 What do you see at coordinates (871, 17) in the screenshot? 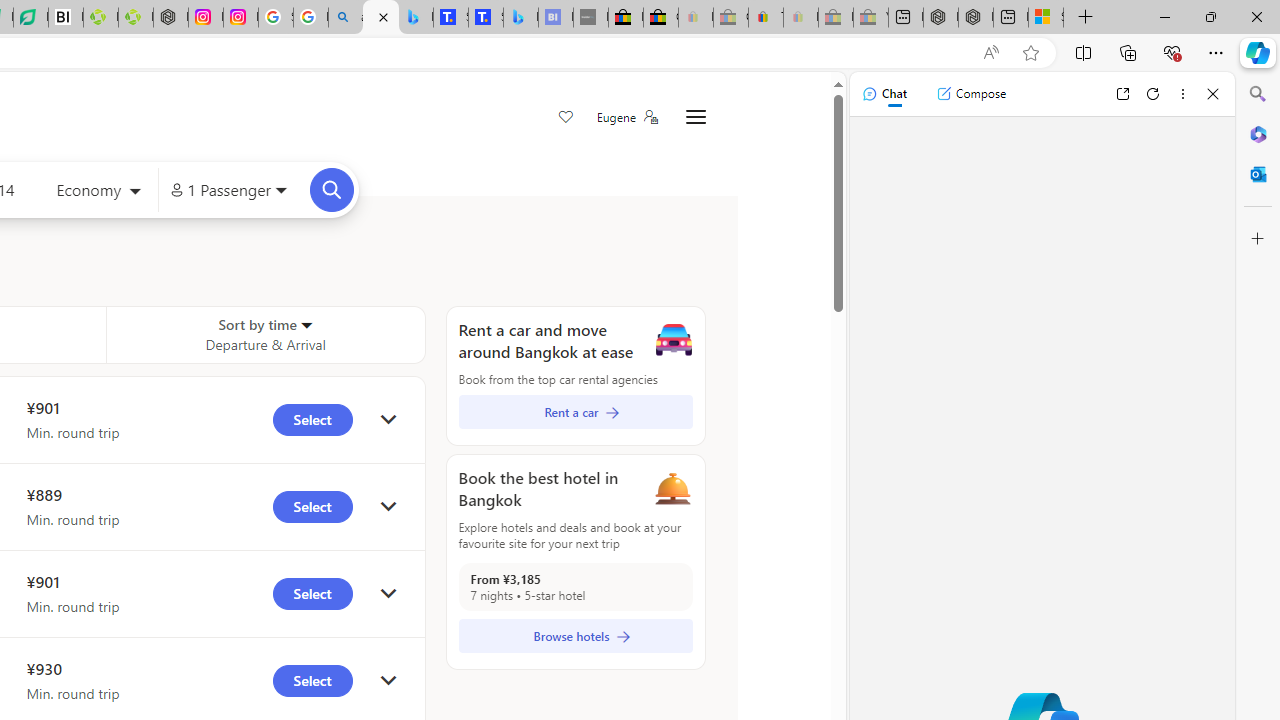
I see `'Yard, Garden & Outdoor Living - Sleeping'` at bounding box center [871, 17].